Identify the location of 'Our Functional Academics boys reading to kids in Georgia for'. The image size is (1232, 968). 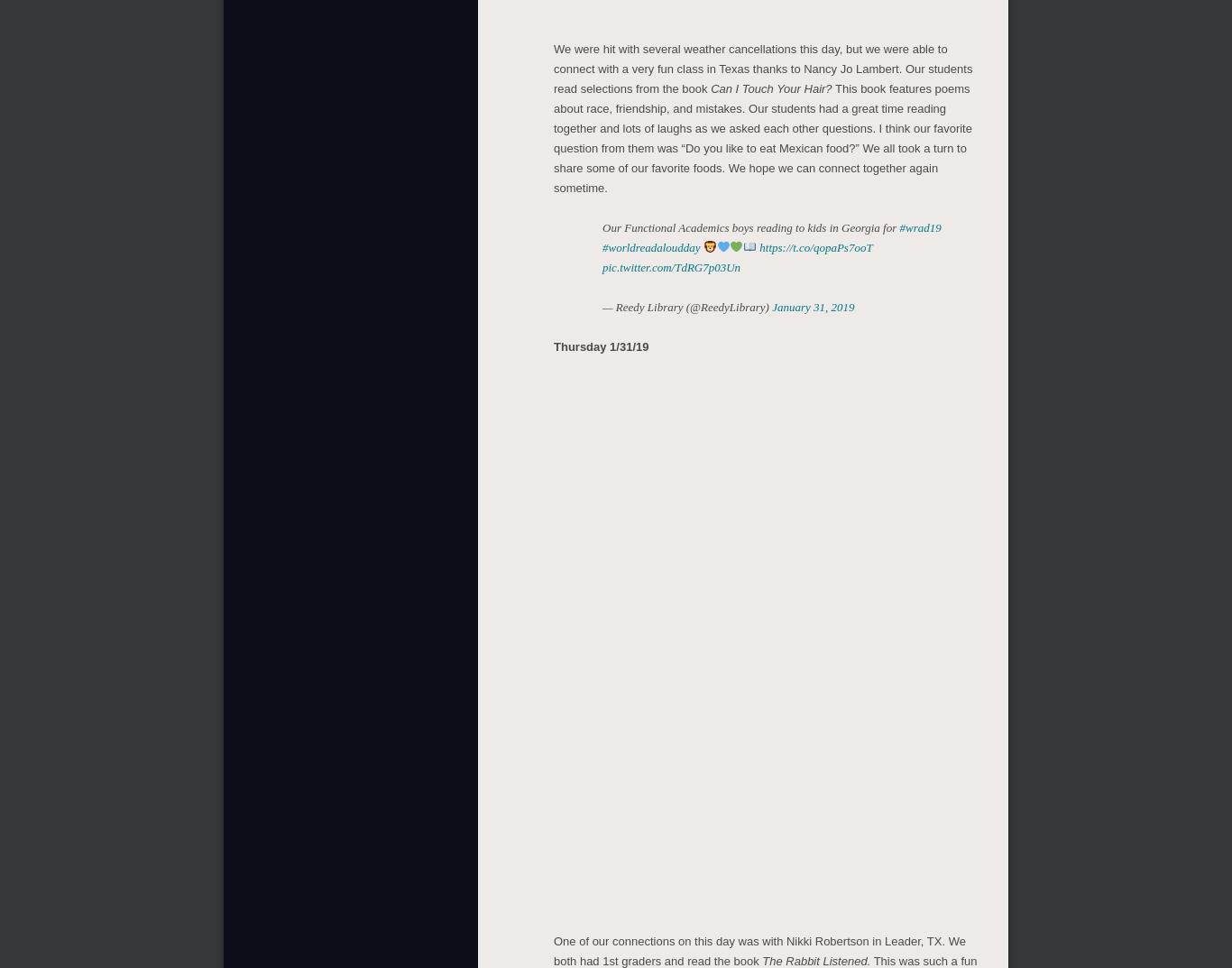
(749, 223).